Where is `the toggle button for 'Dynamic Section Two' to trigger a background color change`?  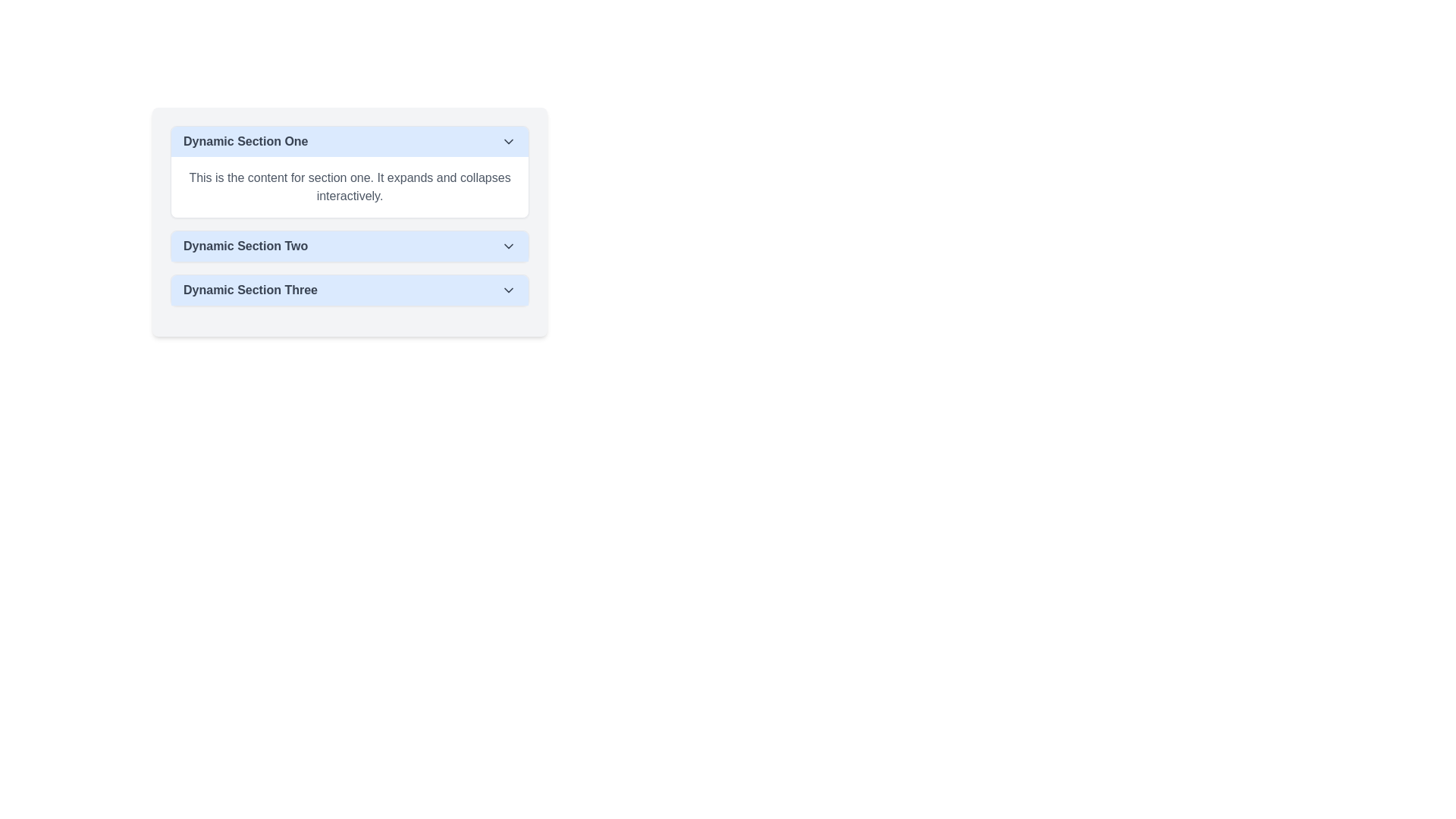 the toggle button for 'Dynamic Section Two' to trigger a background color change is located at coordinates (349, 245).